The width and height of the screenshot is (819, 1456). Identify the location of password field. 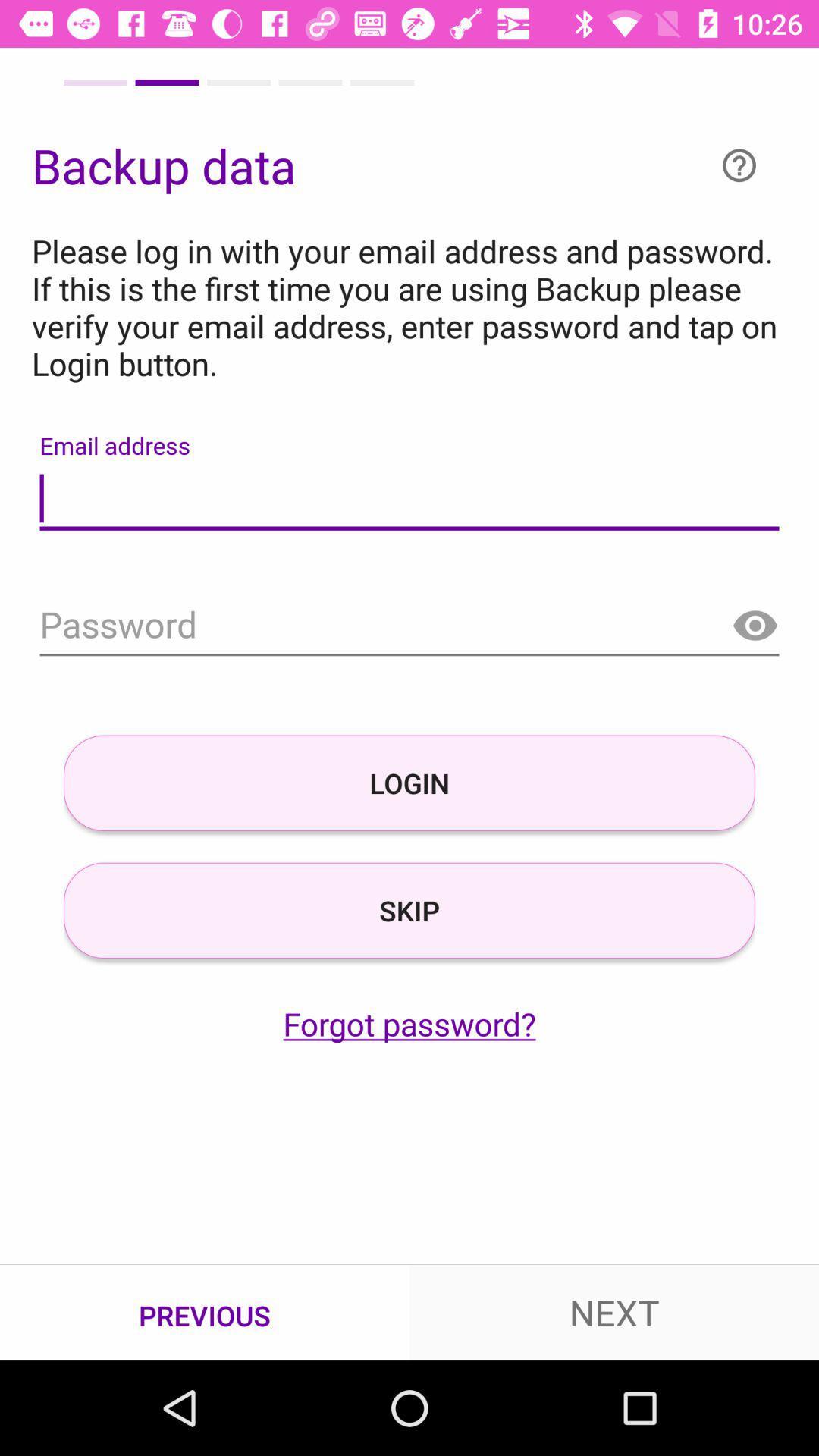
(409, 626).